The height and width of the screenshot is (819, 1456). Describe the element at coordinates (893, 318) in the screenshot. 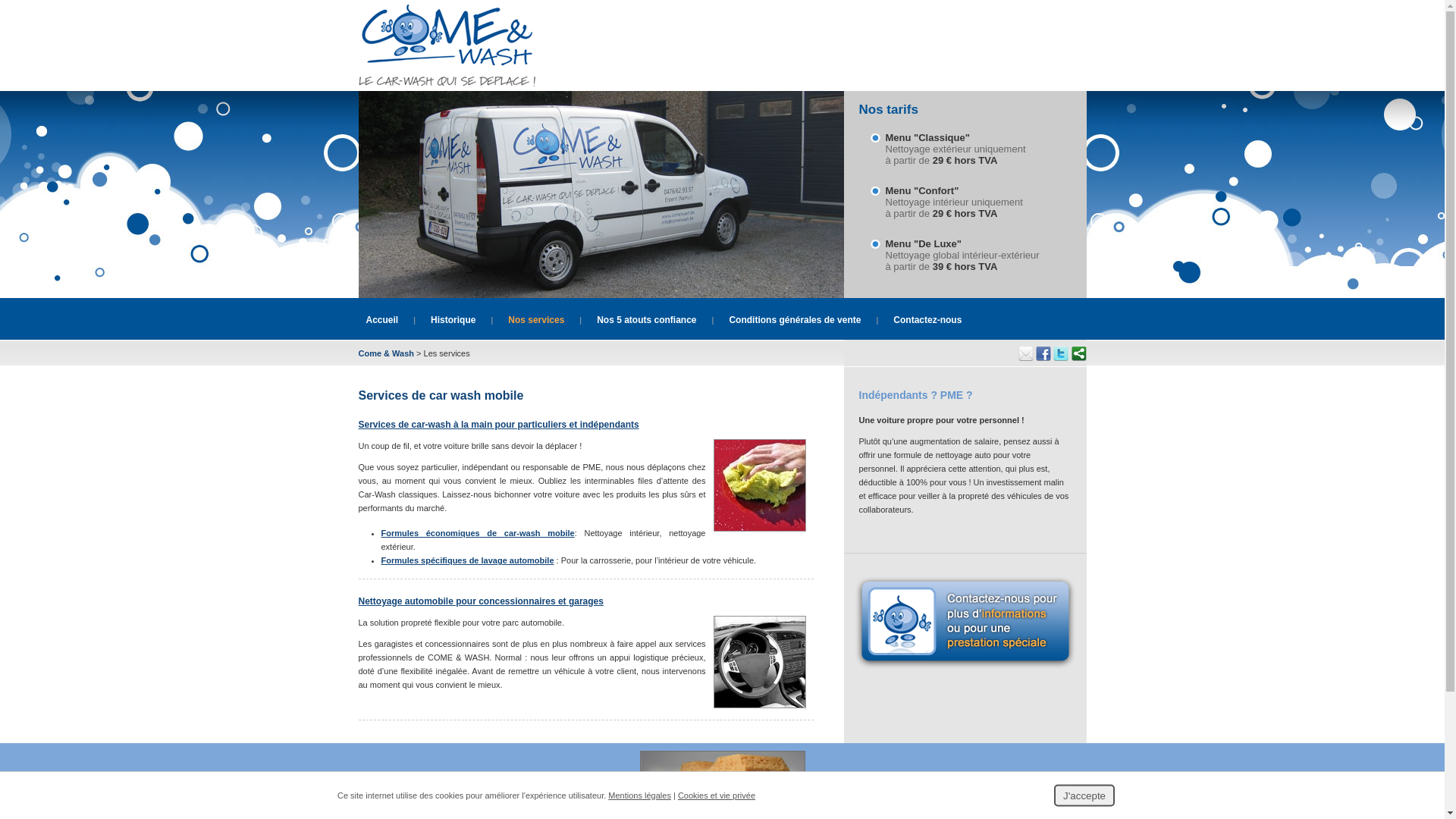

I see `'Contactez-nous'` at that location.